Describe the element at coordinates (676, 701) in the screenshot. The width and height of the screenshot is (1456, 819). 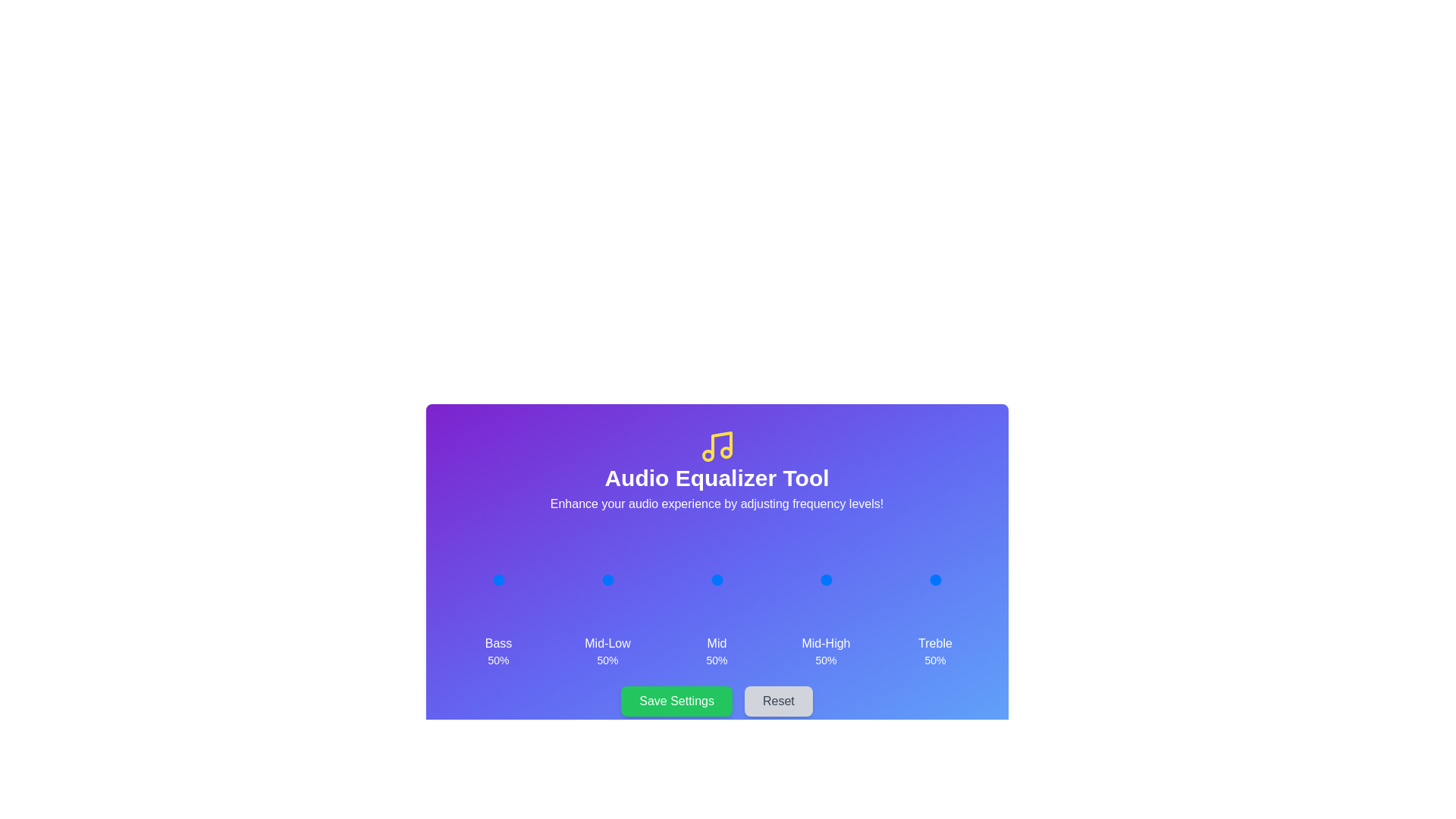
I see `'Save Settings' button to save the current adjustments` at that location.